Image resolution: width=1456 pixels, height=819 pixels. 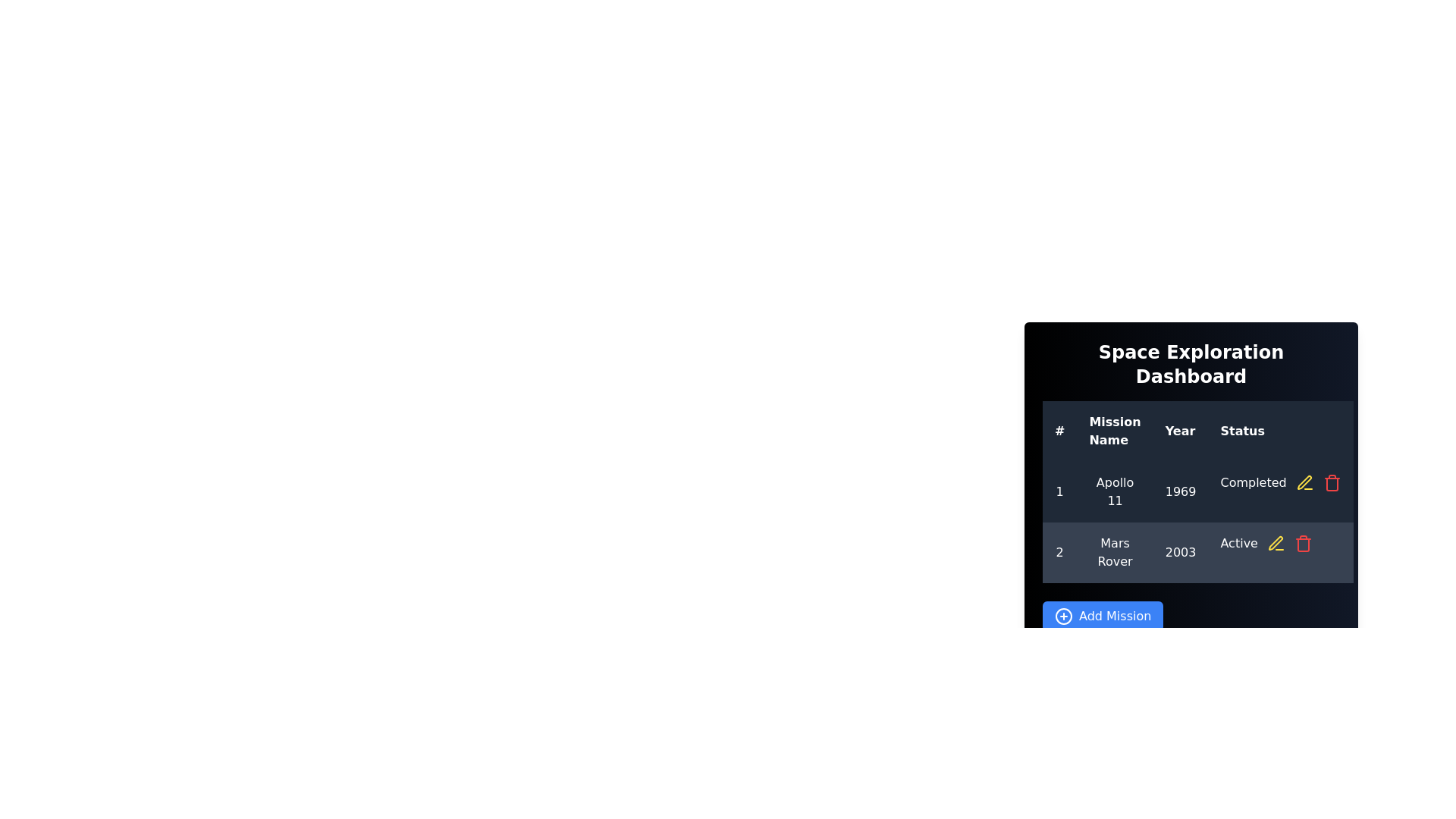 What do you see at coordinates (1304, 482) in the screenshot?
I see `the yellow pen icon in the 'Status' column of the second row (Mars Rover, 2003, Active) on the Space Exploration Dashboard to initiate editing` at bounding box center [1304, 482].